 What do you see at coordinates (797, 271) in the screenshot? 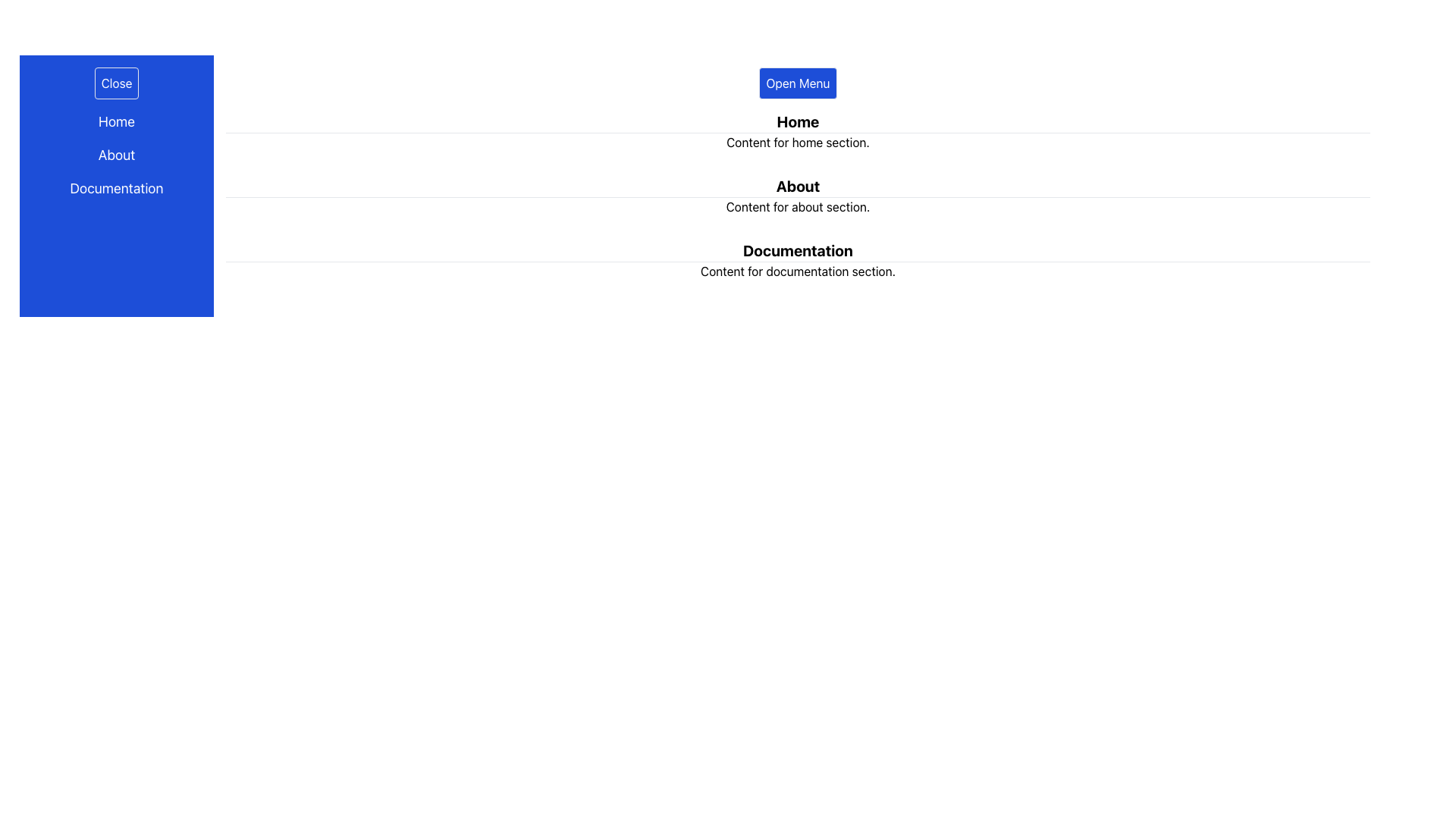
I see `the text element reading 'Content for documentation section.' which is styled in normal font weight and is located below the 'Documentation' heading in the main content area` at bounding box center [797, 271].